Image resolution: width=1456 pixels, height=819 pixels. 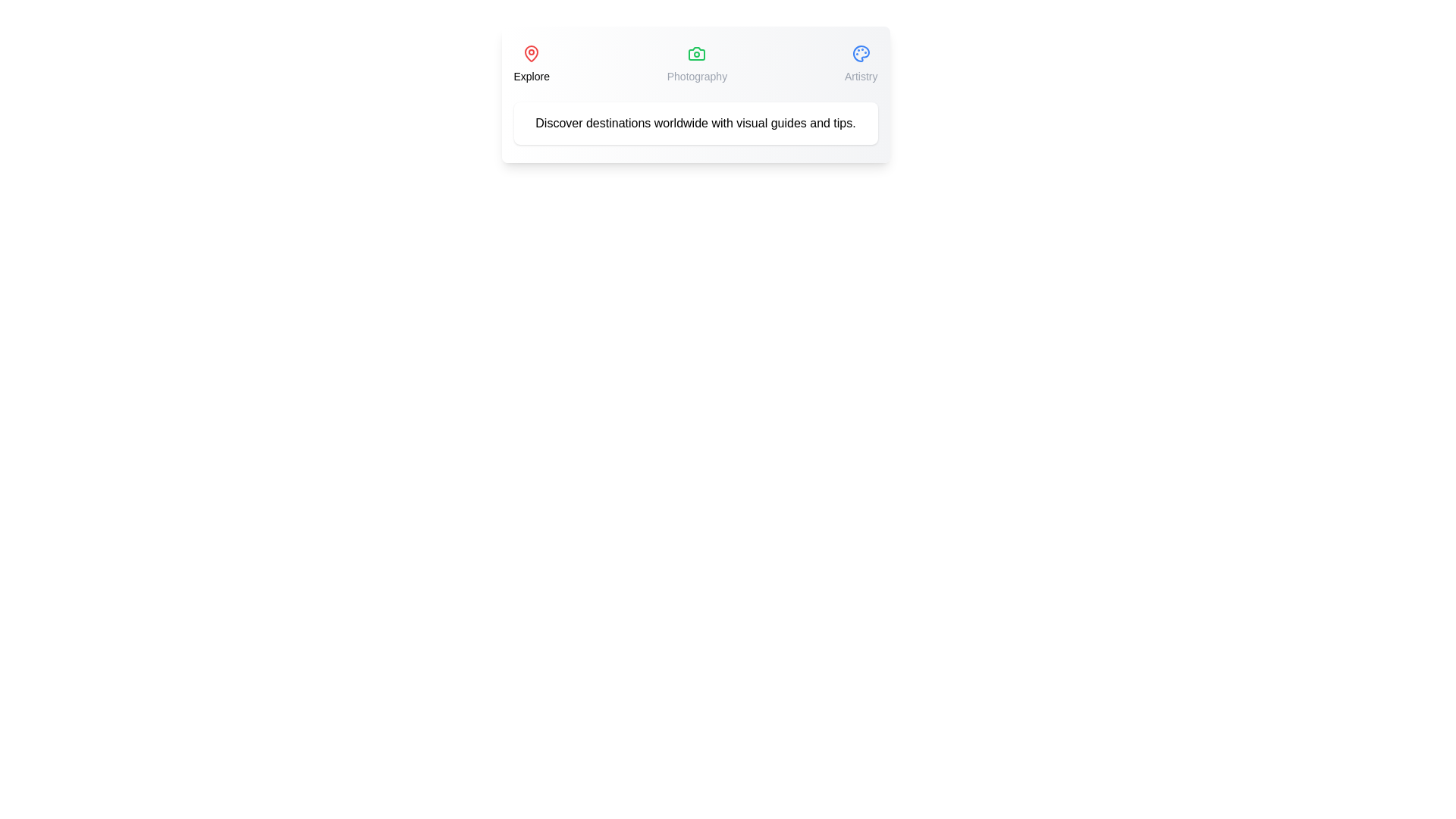 What do you see at coordinates (695, 63) in the screenshot?
I see `the tab labeled Photography to view its content` at bounding box center [695, 63].